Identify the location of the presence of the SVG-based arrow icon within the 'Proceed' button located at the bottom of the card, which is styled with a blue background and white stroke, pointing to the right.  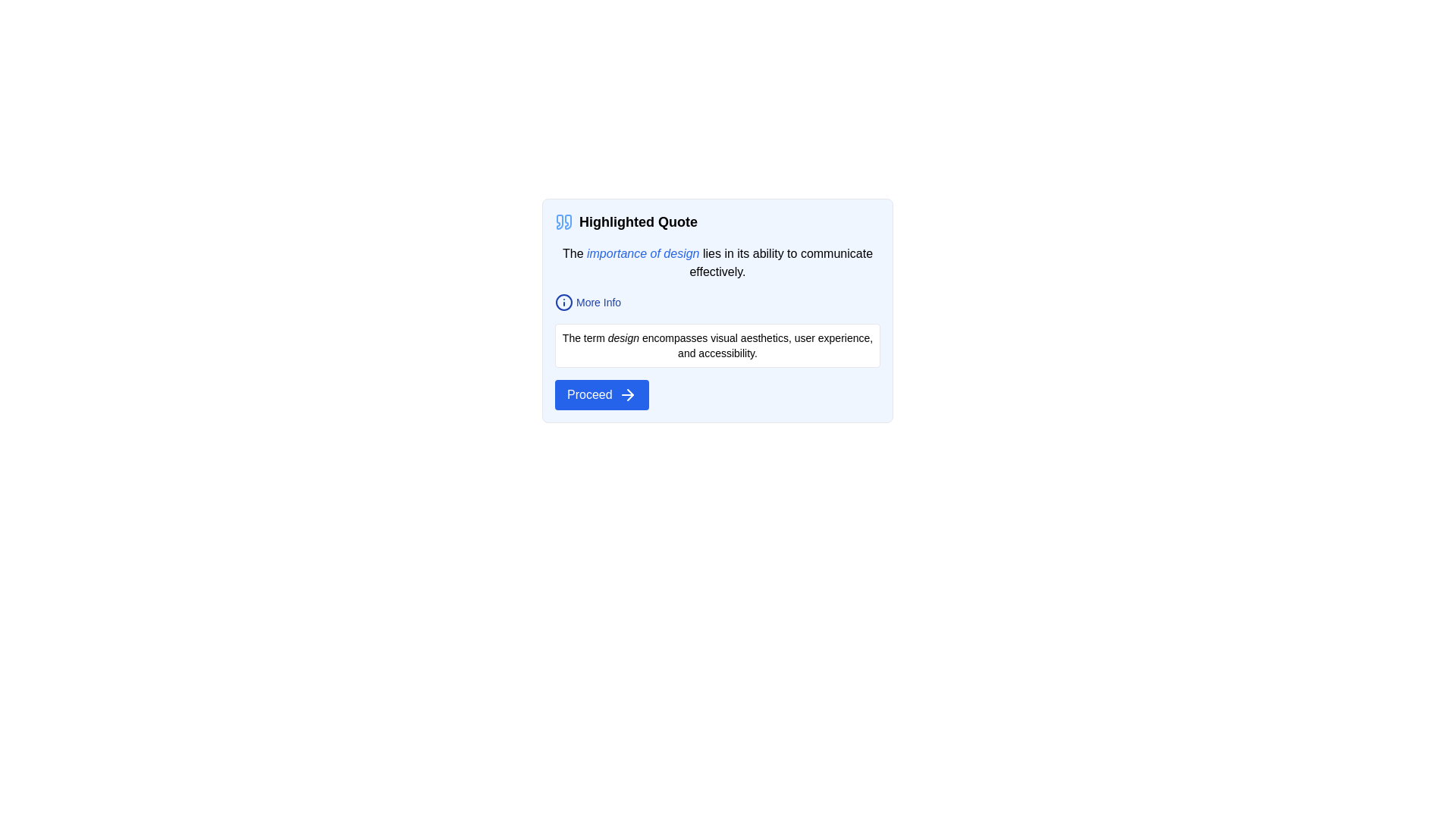
(627, 394).